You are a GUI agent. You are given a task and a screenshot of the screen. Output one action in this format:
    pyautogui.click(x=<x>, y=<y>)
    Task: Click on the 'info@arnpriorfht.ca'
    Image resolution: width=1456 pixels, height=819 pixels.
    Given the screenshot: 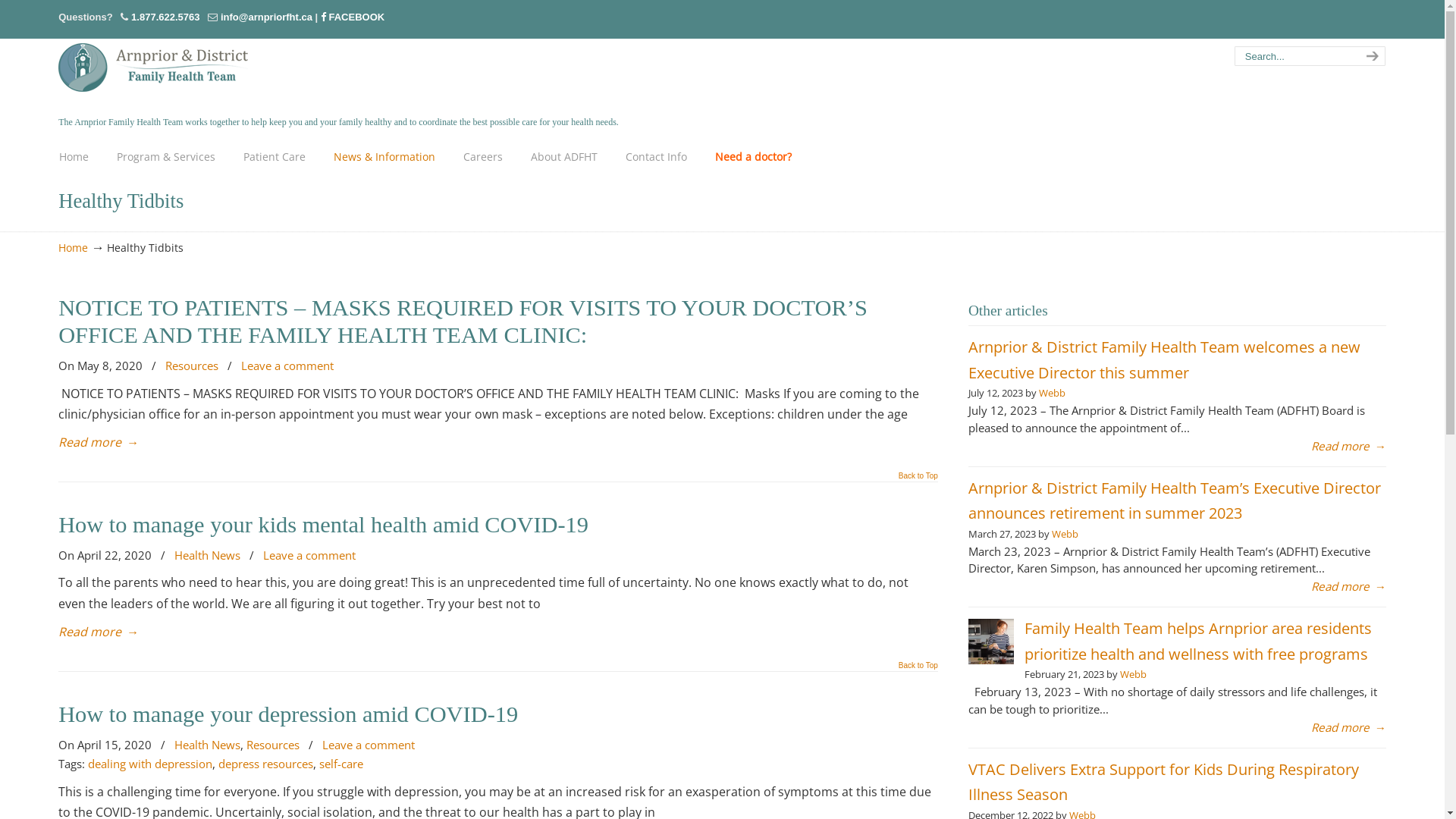 What is the action you would take?
    pyautogui.click(x=266, y=17)
    